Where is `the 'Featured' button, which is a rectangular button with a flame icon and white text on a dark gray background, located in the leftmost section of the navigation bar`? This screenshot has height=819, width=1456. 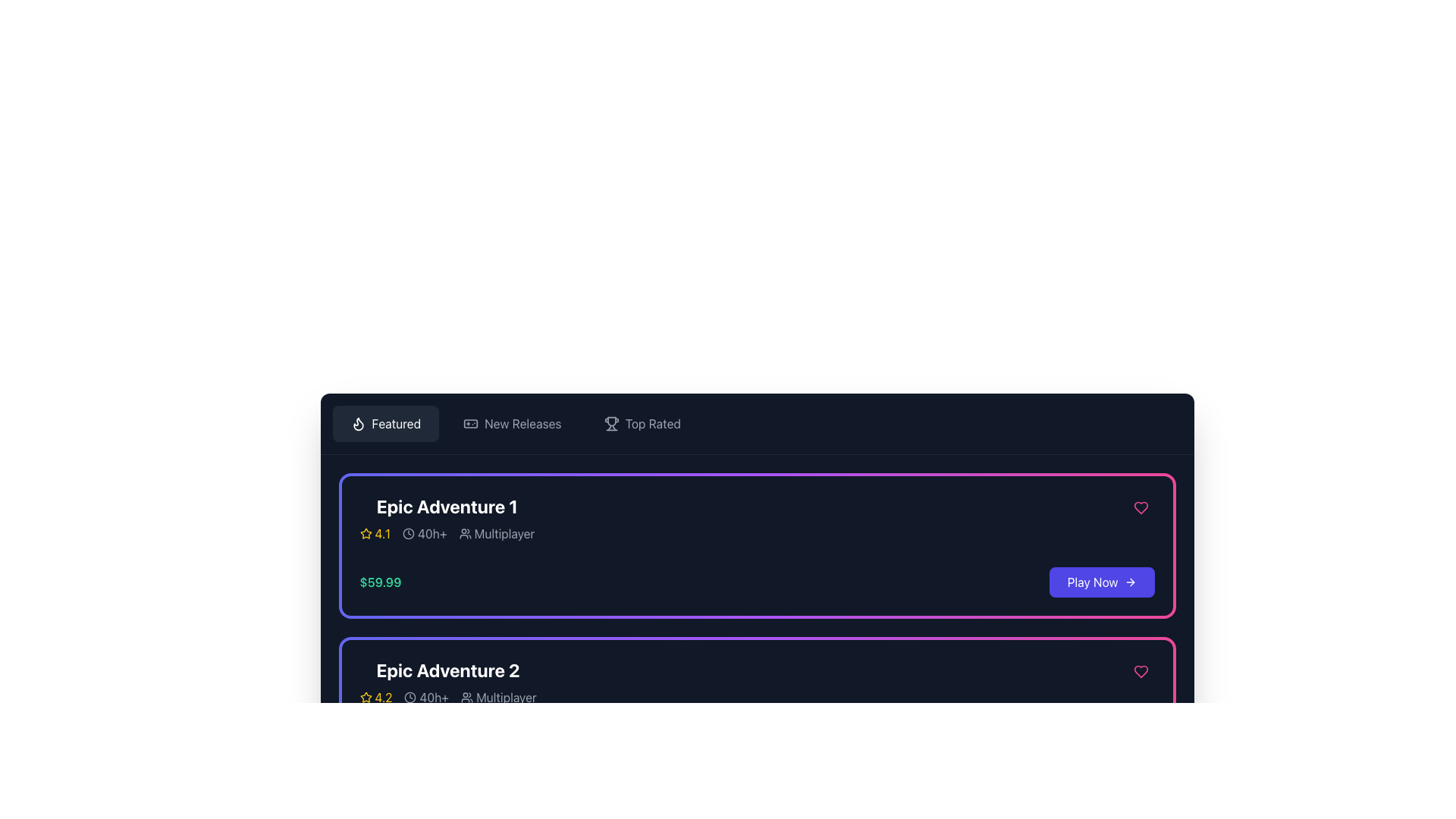
the 'Featured' button, which is a rectangular button with a flame icon and white text on a dark gray background, located in the leftmost section of the navigation bar is located at coordinates (385, 424).